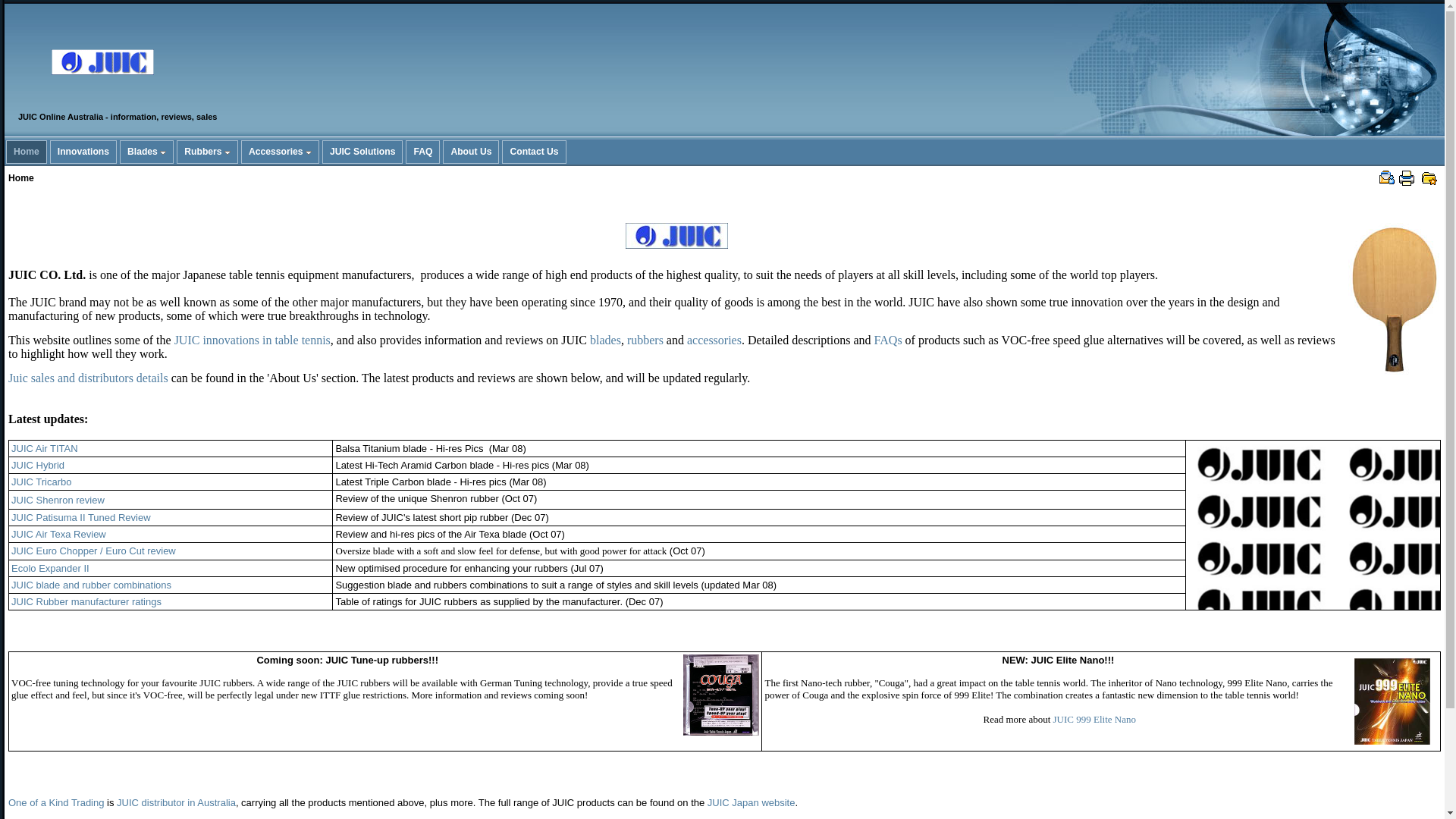  I want to click on 'JUIC Solutions', so click(362, 152).